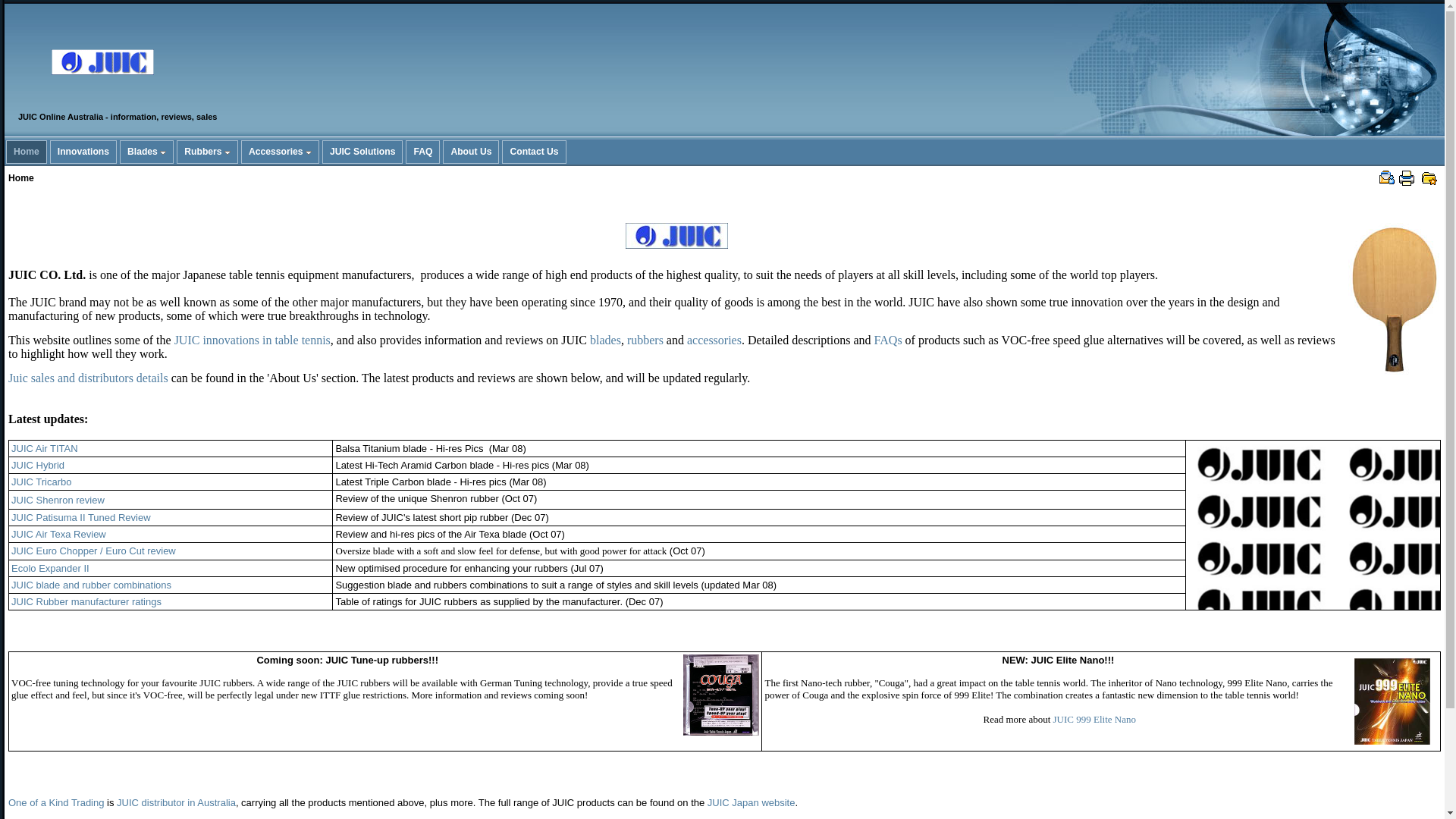  I want to click on 'JUIC Solutions', so click(362, 152).